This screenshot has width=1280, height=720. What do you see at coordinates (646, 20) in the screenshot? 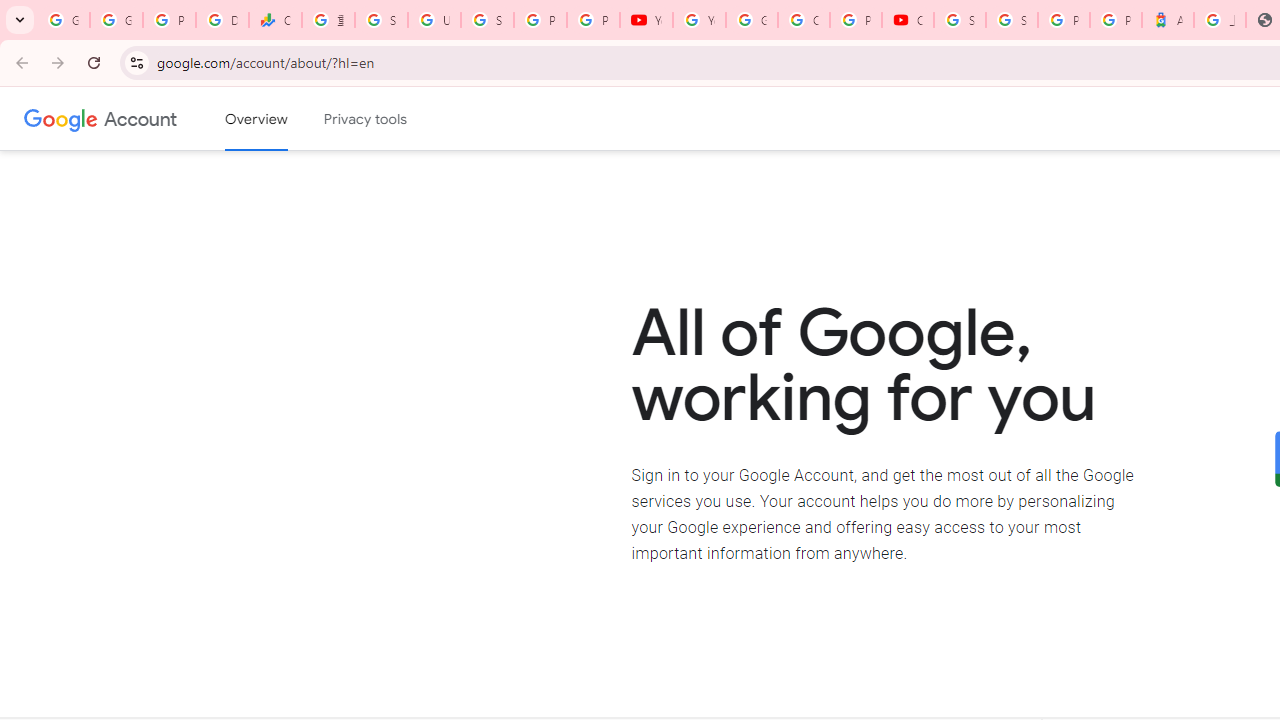
I see `'YouTube'` at bounding box center [646, 20].